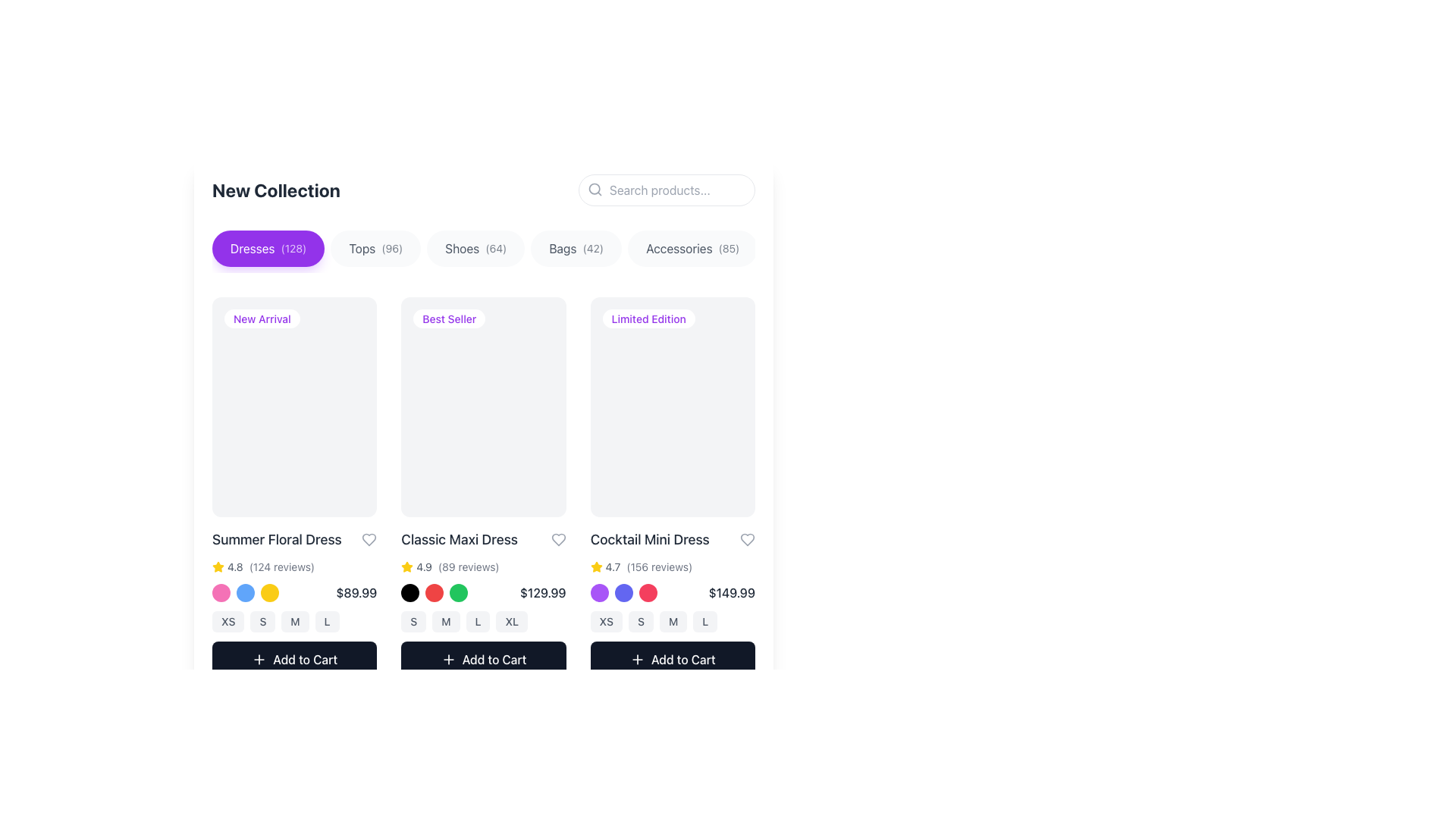 The height and width of the screenshot is (819, 1456). Describe the element at coordinates (262, 318) in the screenshot. I see `the 'New Arrival' label badge element, which is a rectangular badge with rounded corners featuring purple text on a white background` at that location.